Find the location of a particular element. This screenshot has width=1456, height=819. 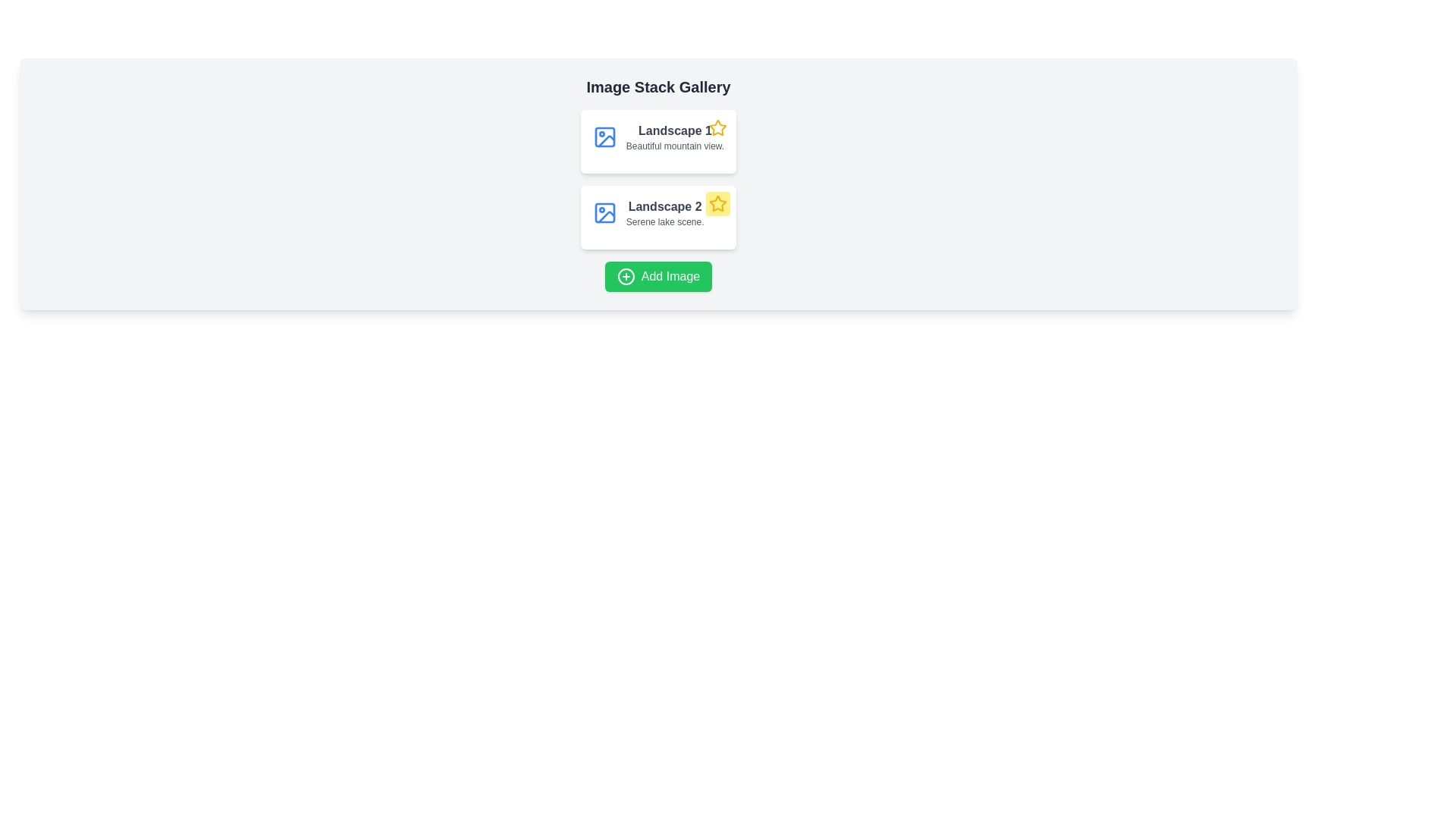

text from the second textual informative block in the Image Stack Gallery section, which displays 'Landscape 2' and 'Serene lake scene.' is located at coordinates (665, 213).